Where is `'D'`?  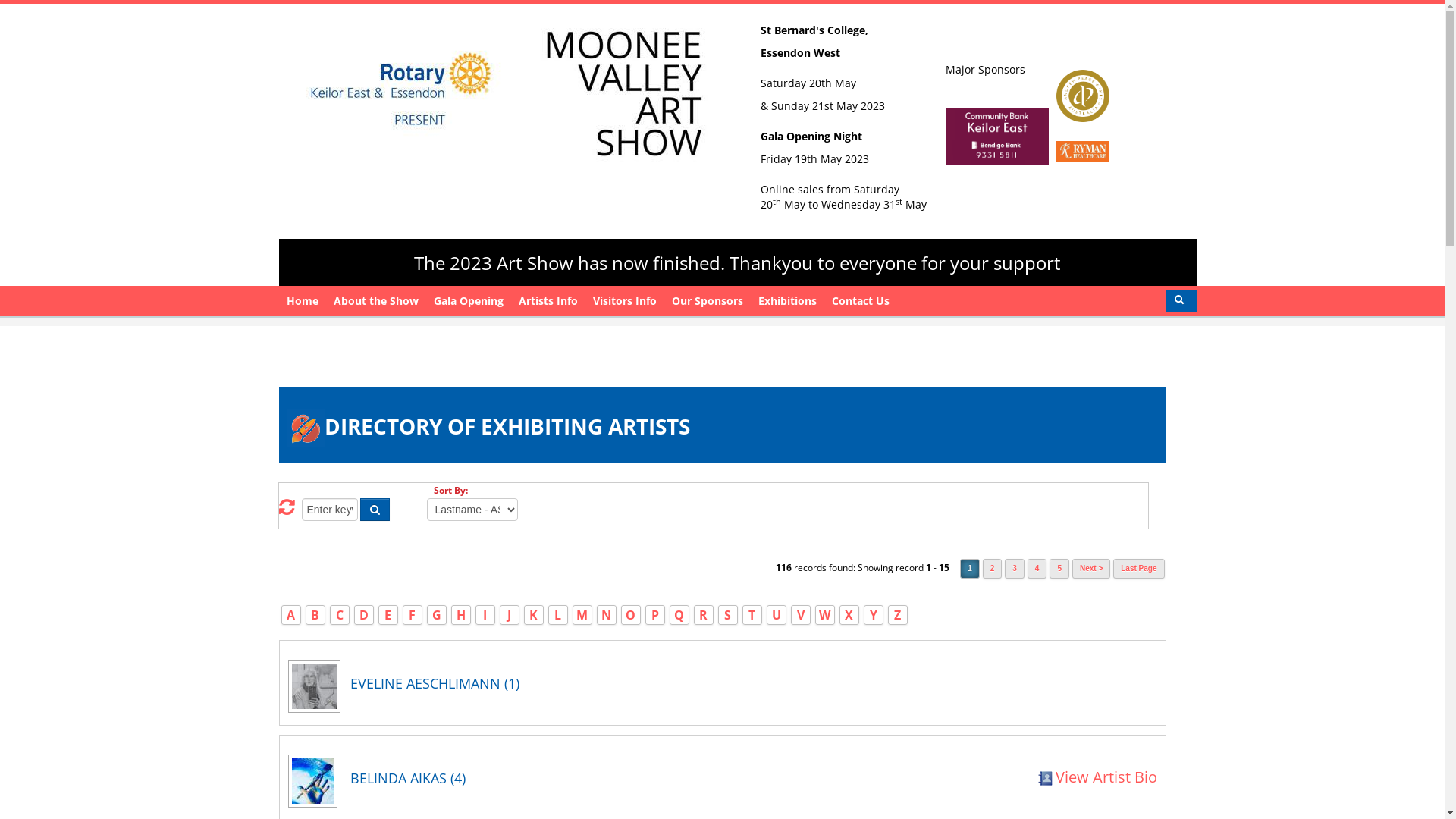
'D' is located at coordinates (364, 614).